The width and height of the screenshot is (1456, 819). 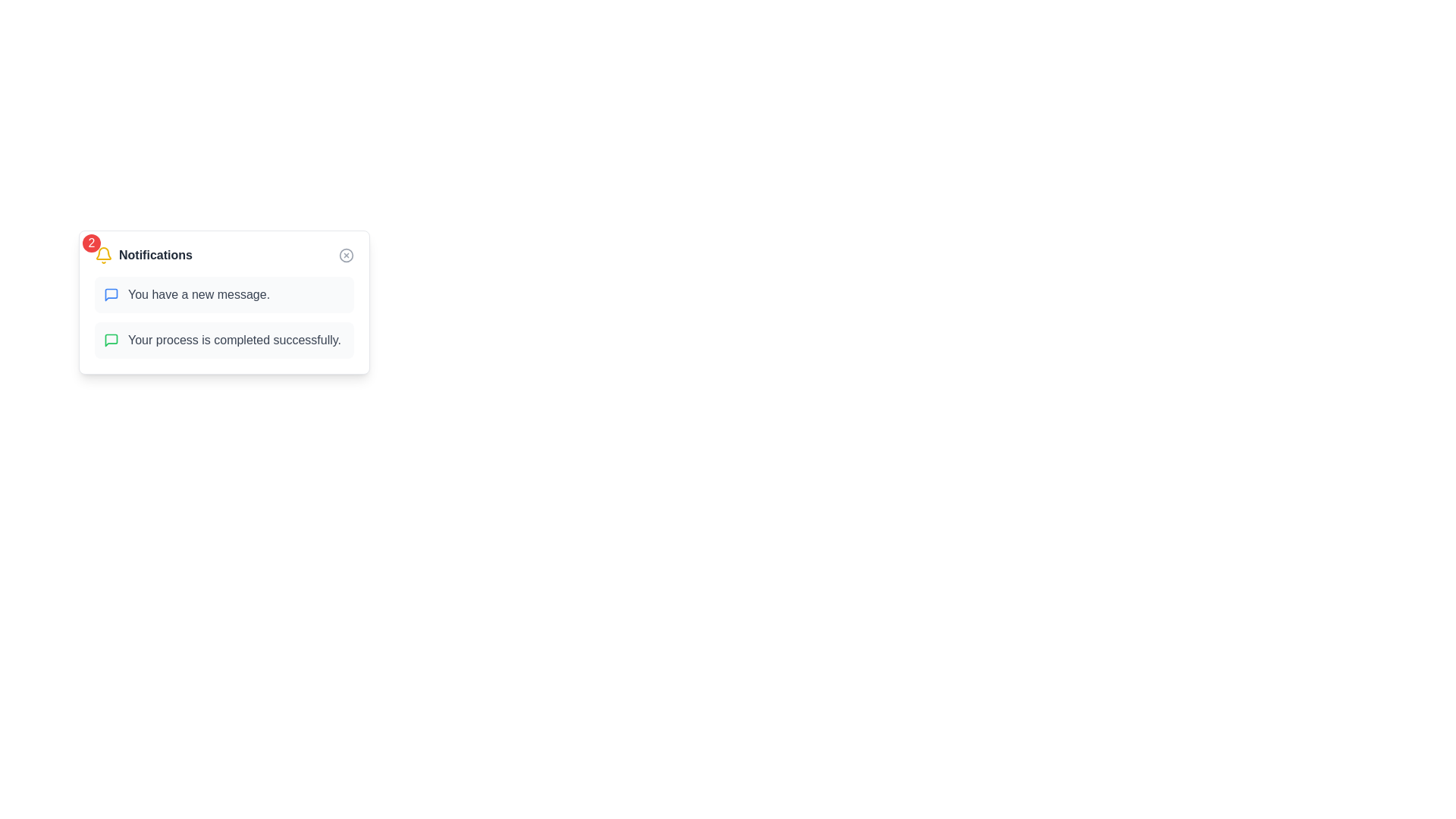 I want to click on the text label displaying 'You have a new message.' which is part of the second notification in a vertical list, so click(x=198, y=295).